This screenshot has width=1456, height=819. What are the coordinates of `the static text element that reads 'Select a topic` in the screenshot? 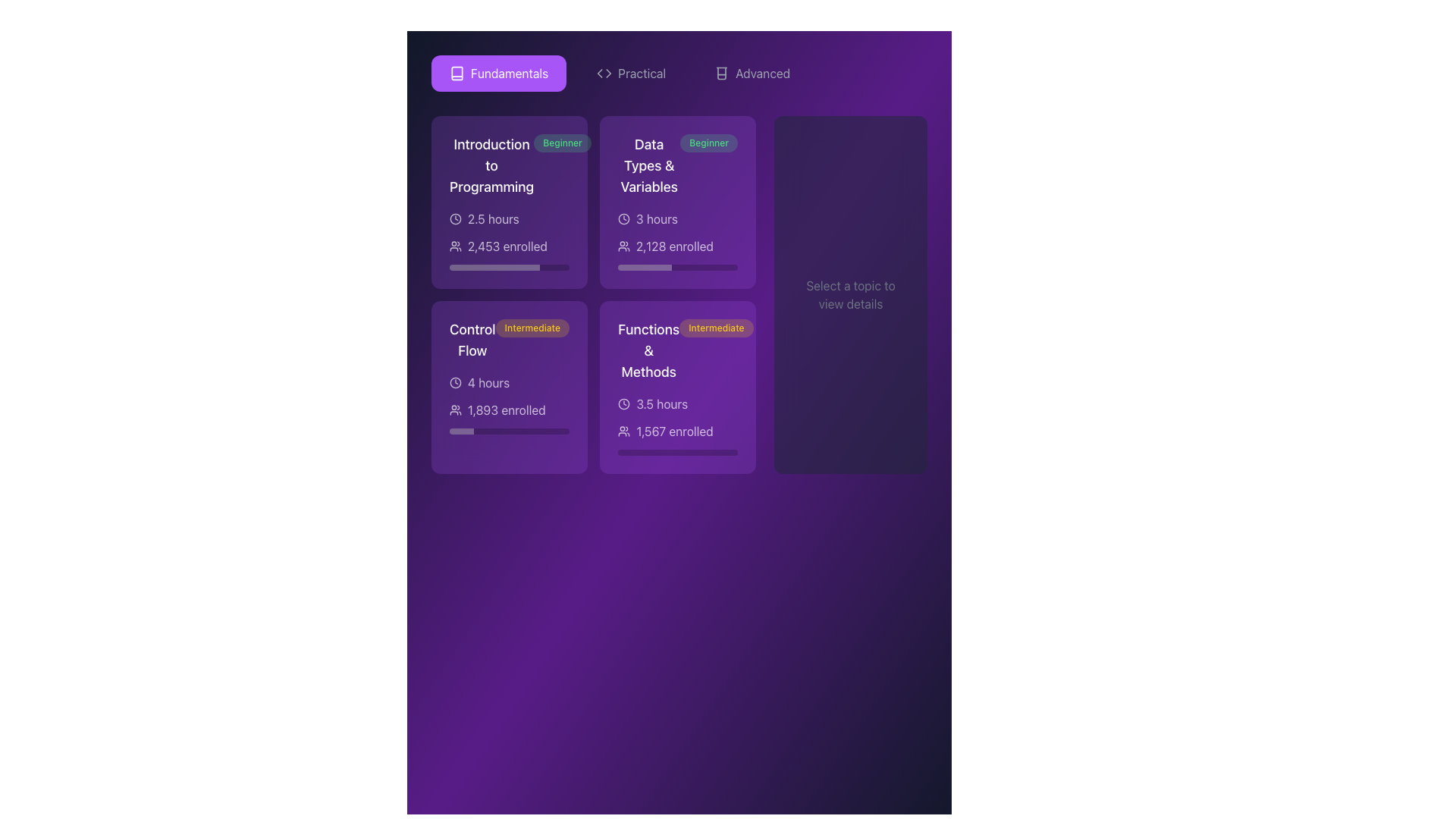 It's located at (851, 295).